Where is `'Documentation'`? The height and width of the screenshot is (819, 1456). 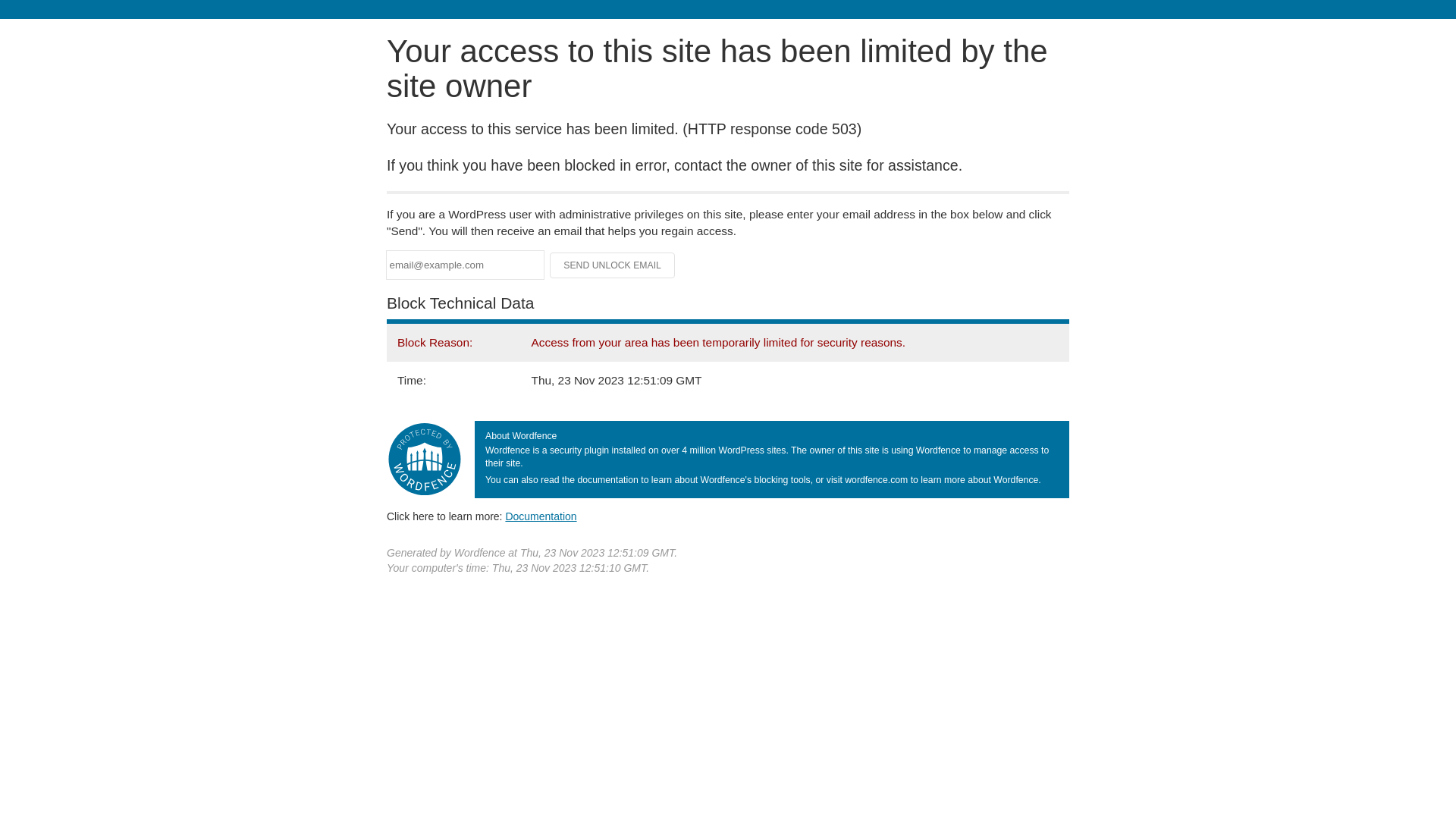
'Documentation' is located at coordinates (541, 516).